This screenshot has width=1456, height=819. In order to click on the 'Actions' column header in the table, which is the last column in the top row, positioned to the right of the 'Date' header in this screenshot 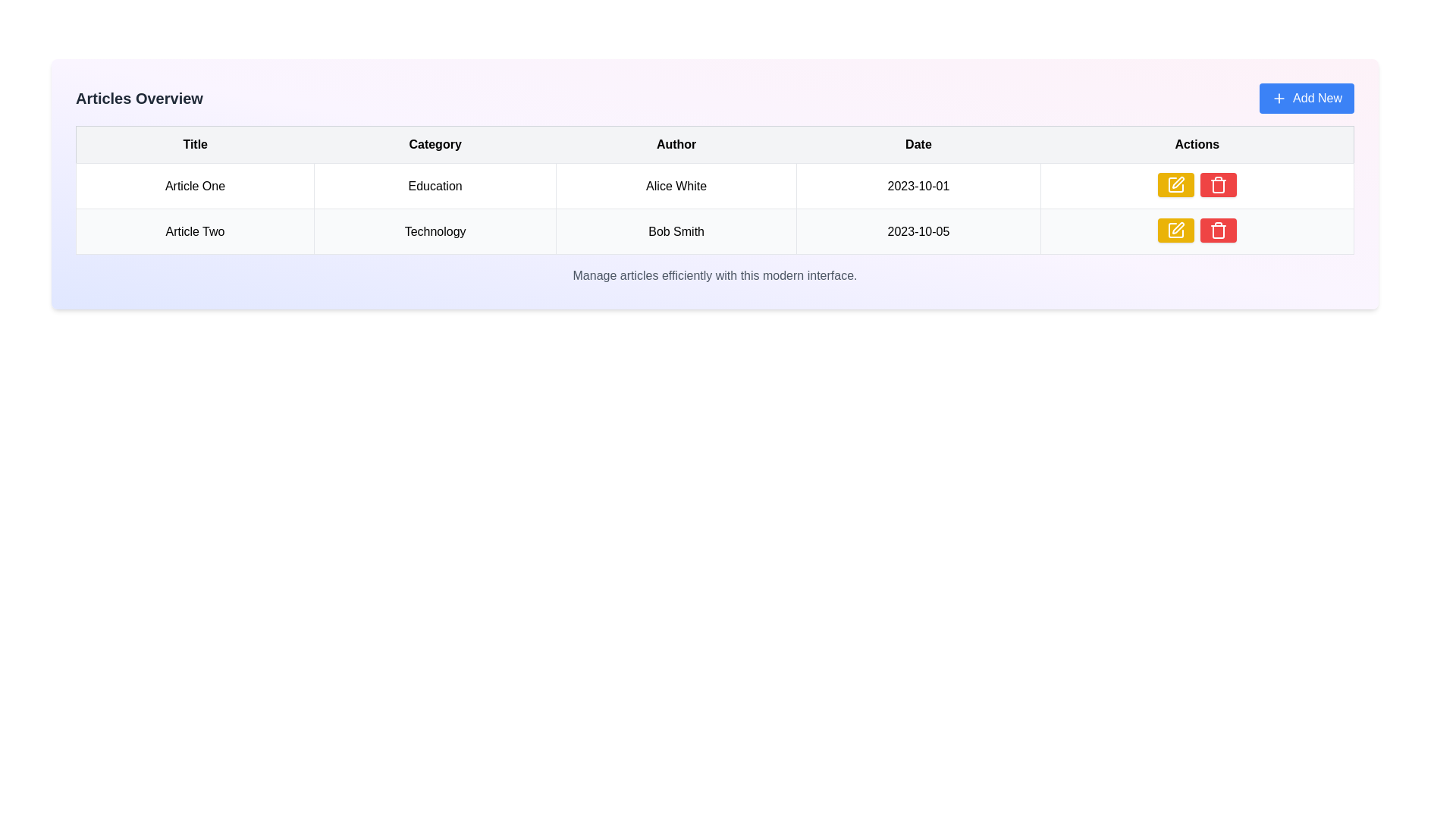, I will do `click(1197, 145)`.